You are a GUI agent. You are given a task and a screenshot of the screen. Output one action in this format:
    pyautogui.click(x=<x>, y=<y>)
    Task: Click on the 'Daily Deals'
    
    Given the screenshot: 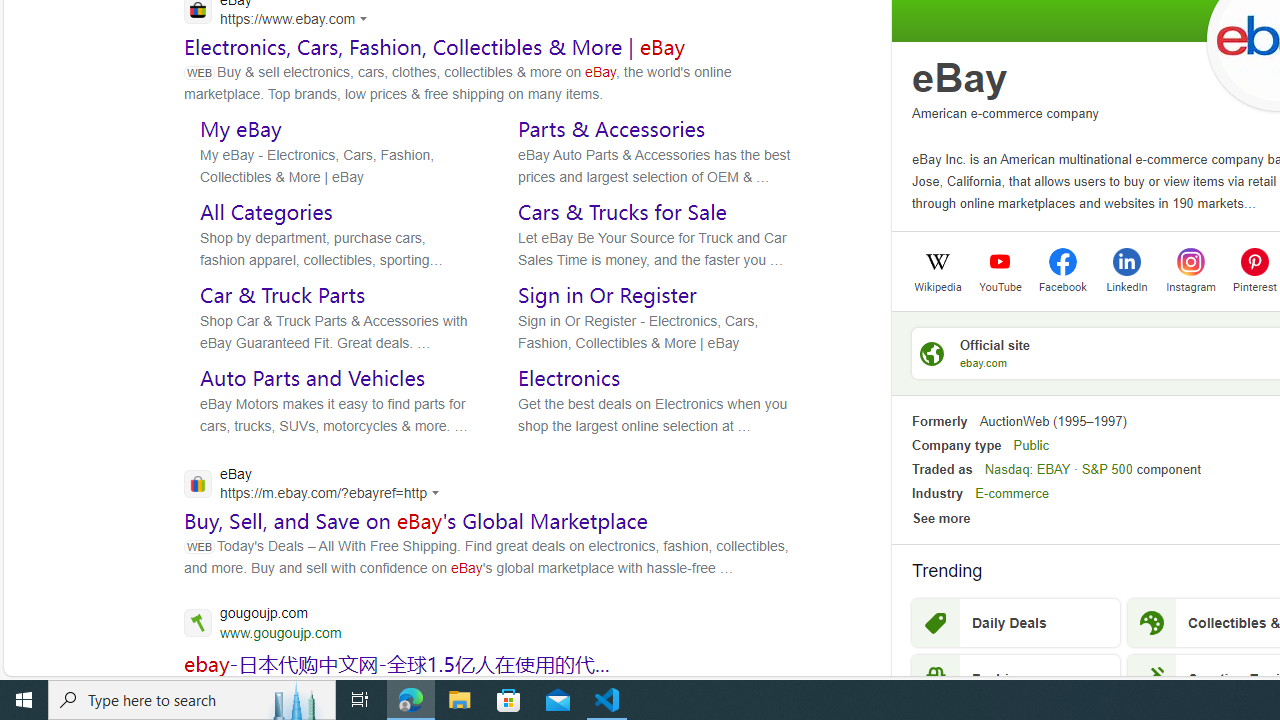 What is the action you would take?
    pyautogui.click(x=1015, y=622)
    